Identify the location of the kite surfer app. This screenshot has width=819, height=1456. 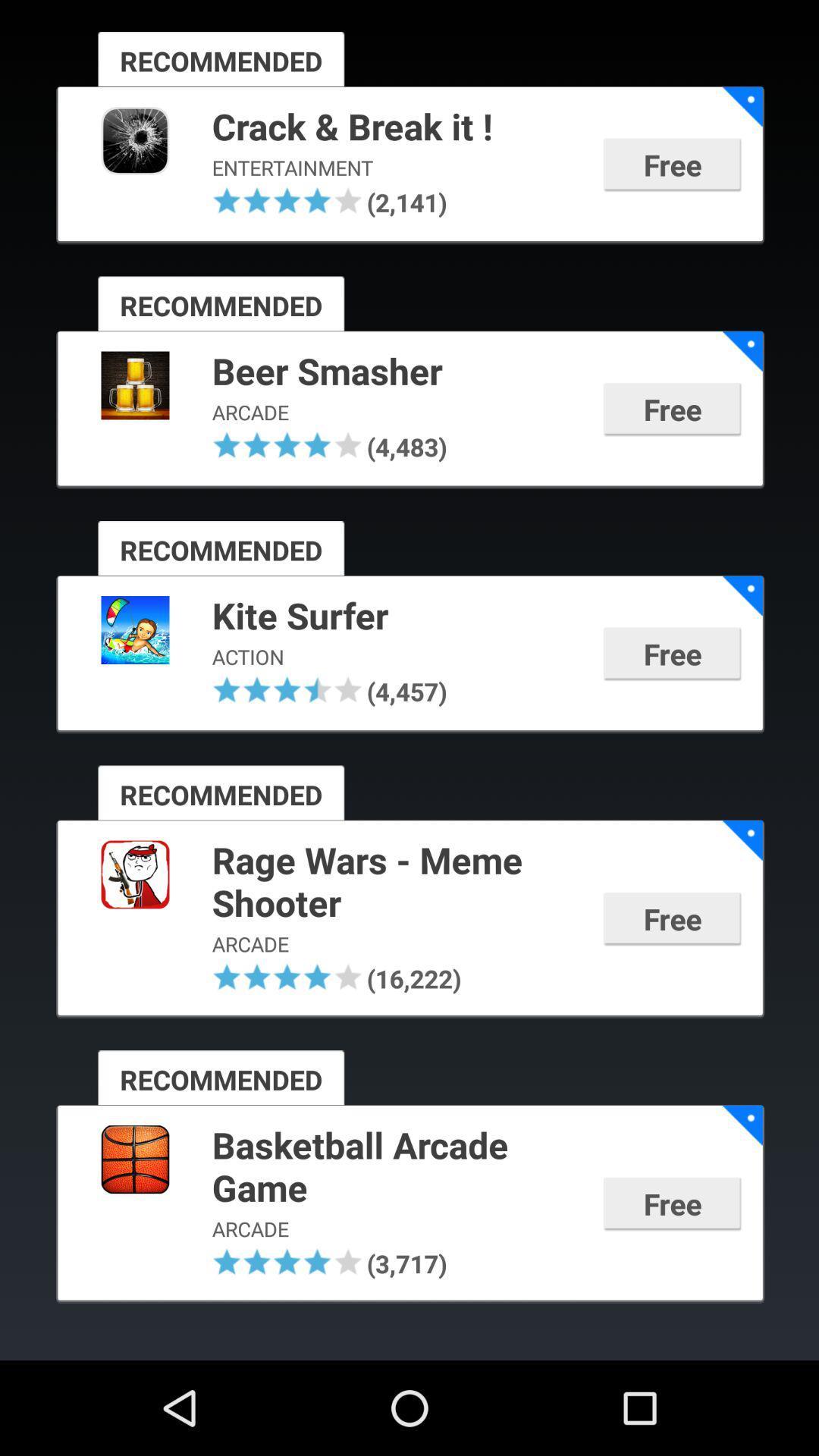
(397, 617).